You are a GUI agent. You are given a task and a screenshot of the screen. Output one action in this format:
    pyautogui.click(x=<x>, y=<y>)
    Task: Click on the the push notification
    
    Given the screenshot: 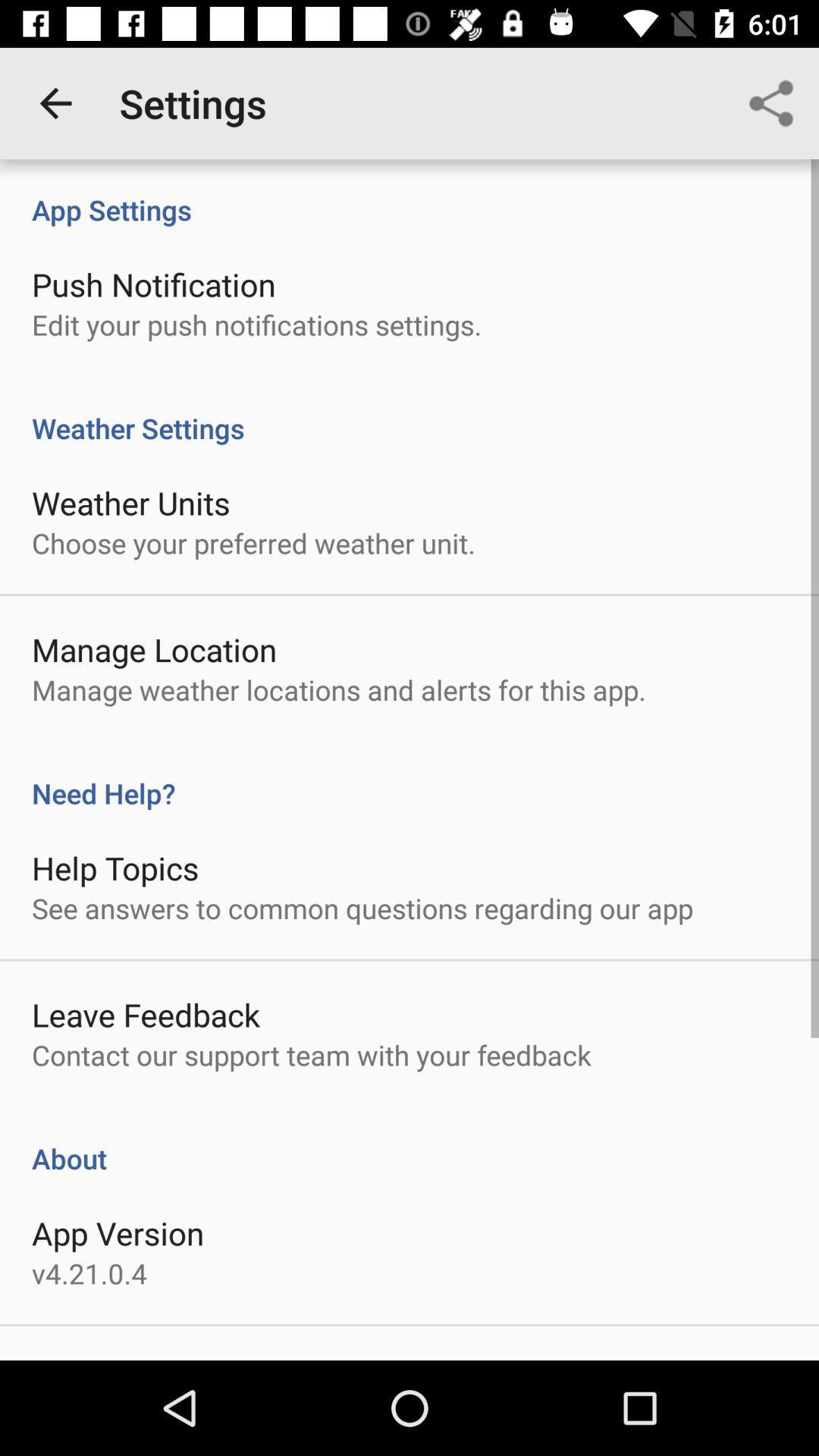 What is the action you would take?
    pyautogui.click(x=153, y=284)
    